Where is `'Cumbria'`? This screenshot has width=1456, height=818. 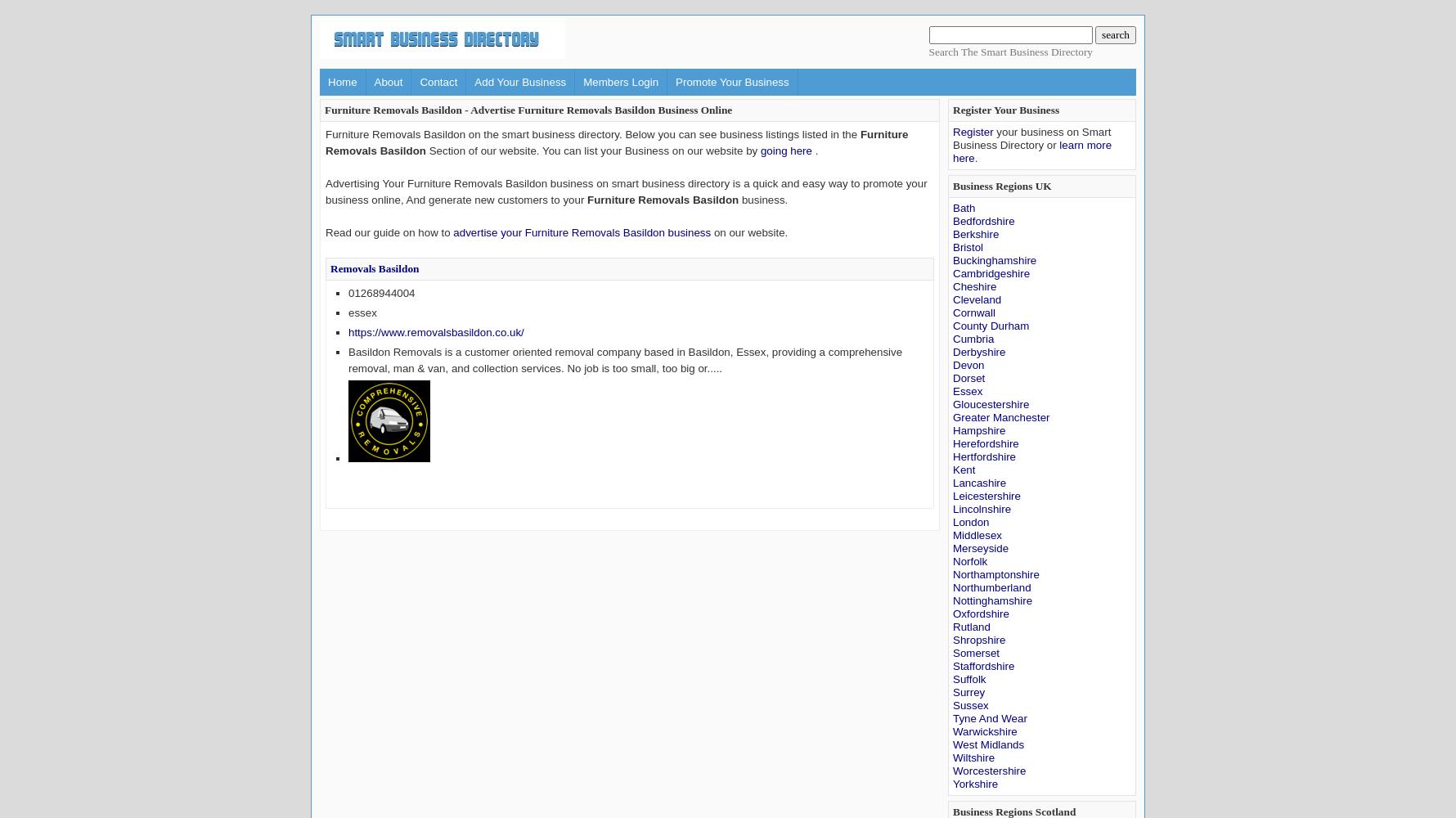
'Cumbria' is located at coordinates (973, 339).